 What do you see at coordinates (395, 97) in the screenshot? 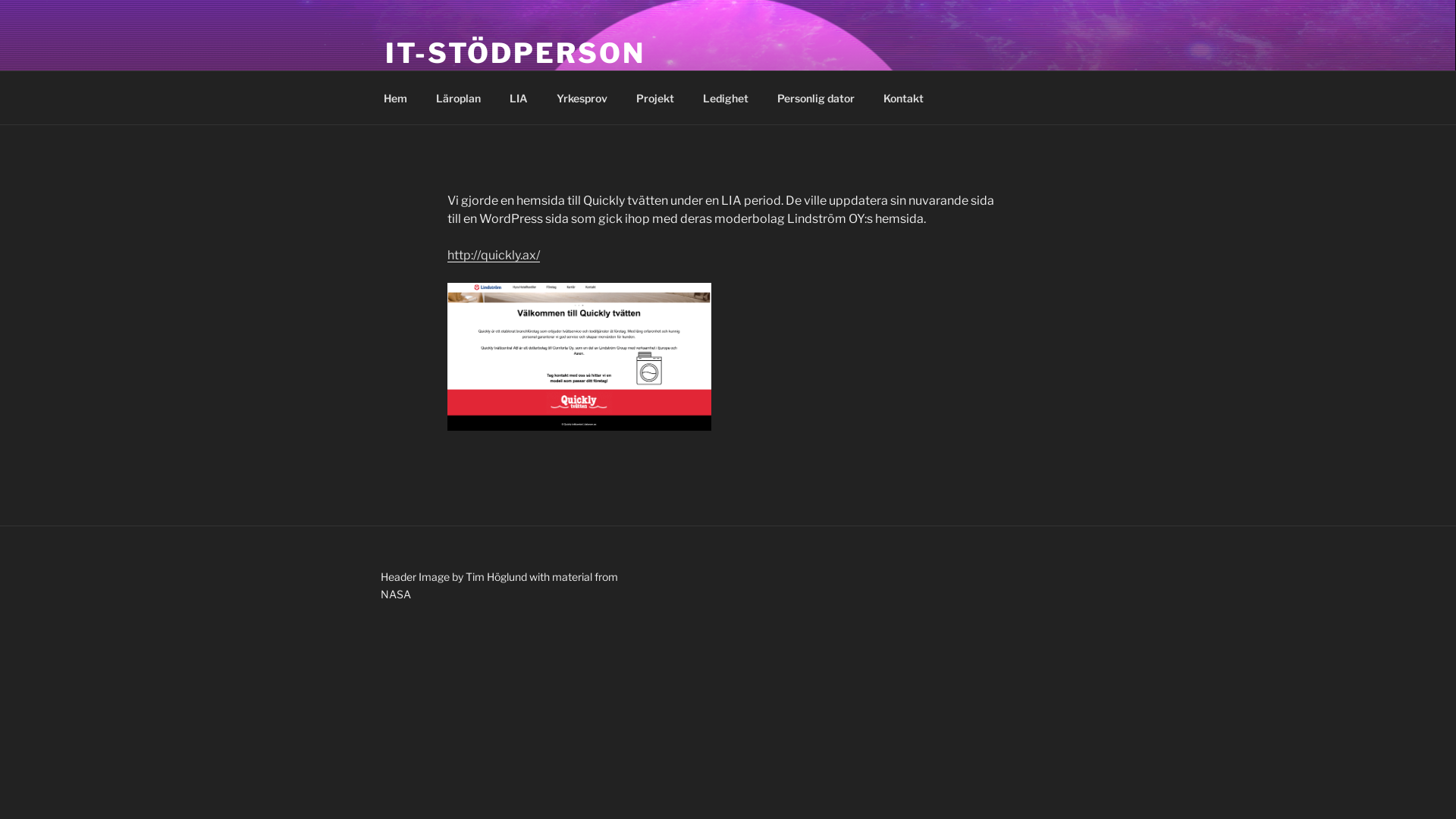
I see `'Hem'` at bounding box center [395, 97].